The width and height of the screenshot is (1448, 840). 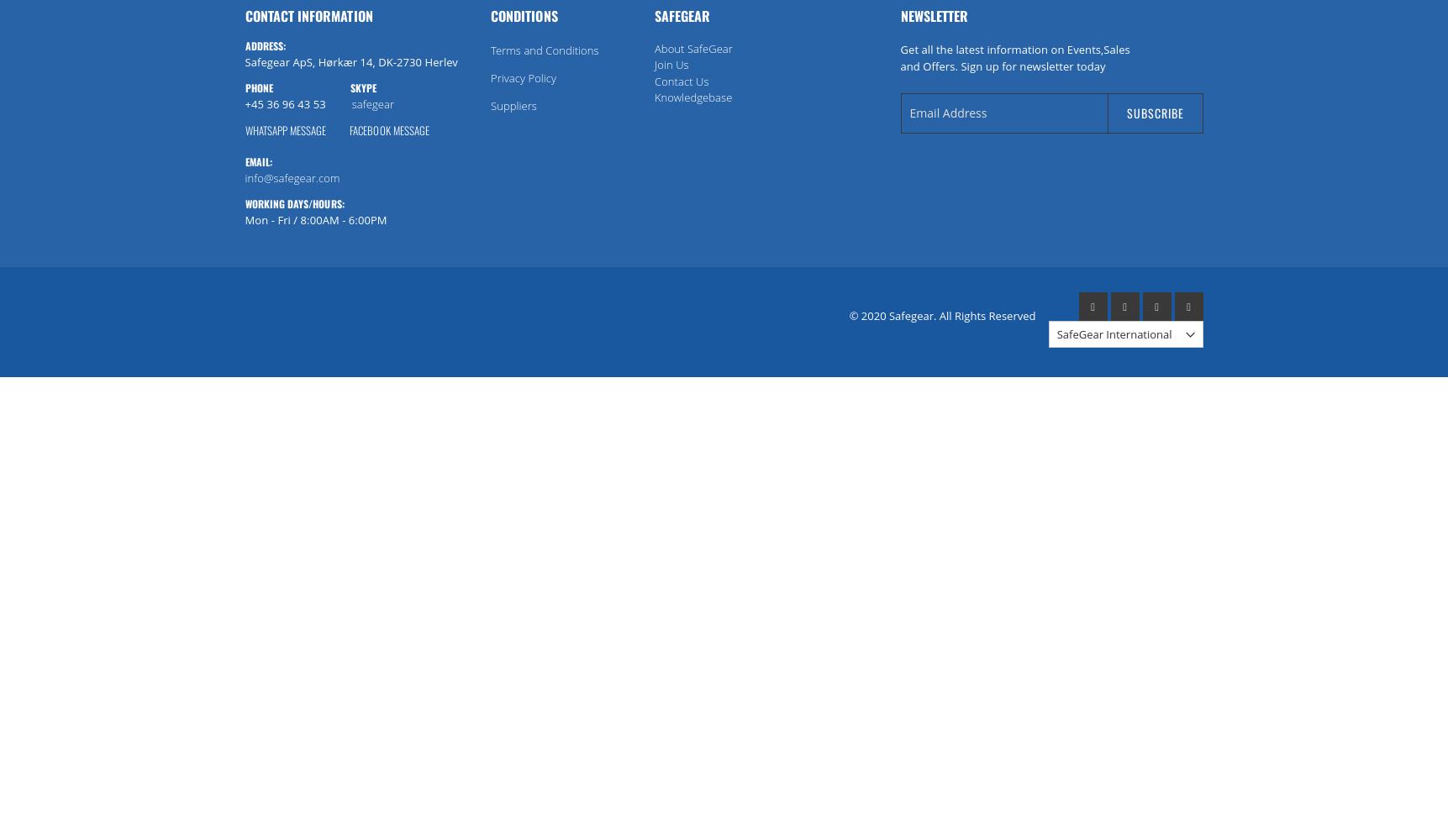 What do you see at coordinates (245, 129) in the screenshot?
I see `'Whatsapp message'` at bounding box center [245, 129].